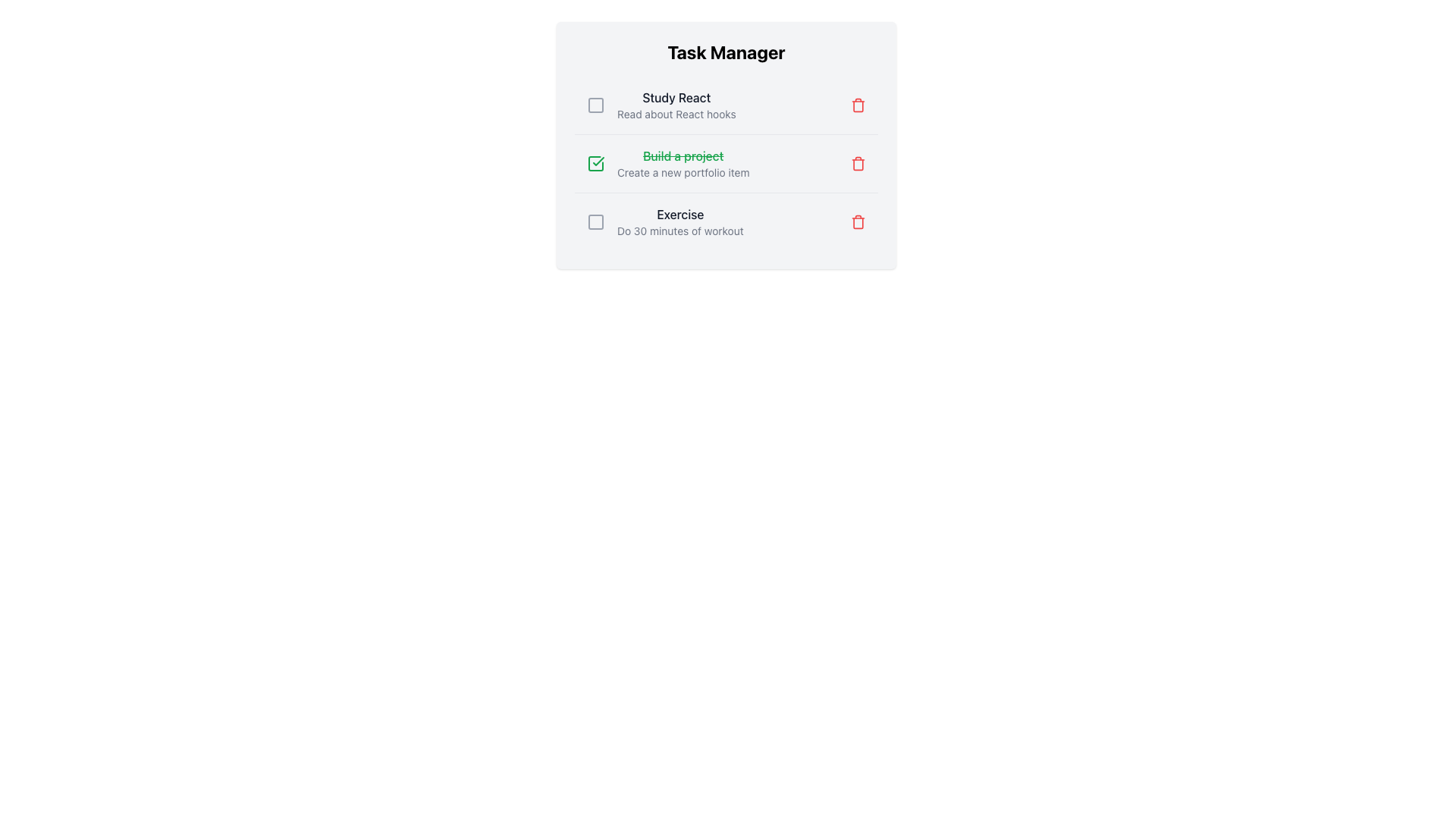 This screenshot has width=1456, height=819. I want to click on the task entry labeled 'Build a project', so click(682, 164).